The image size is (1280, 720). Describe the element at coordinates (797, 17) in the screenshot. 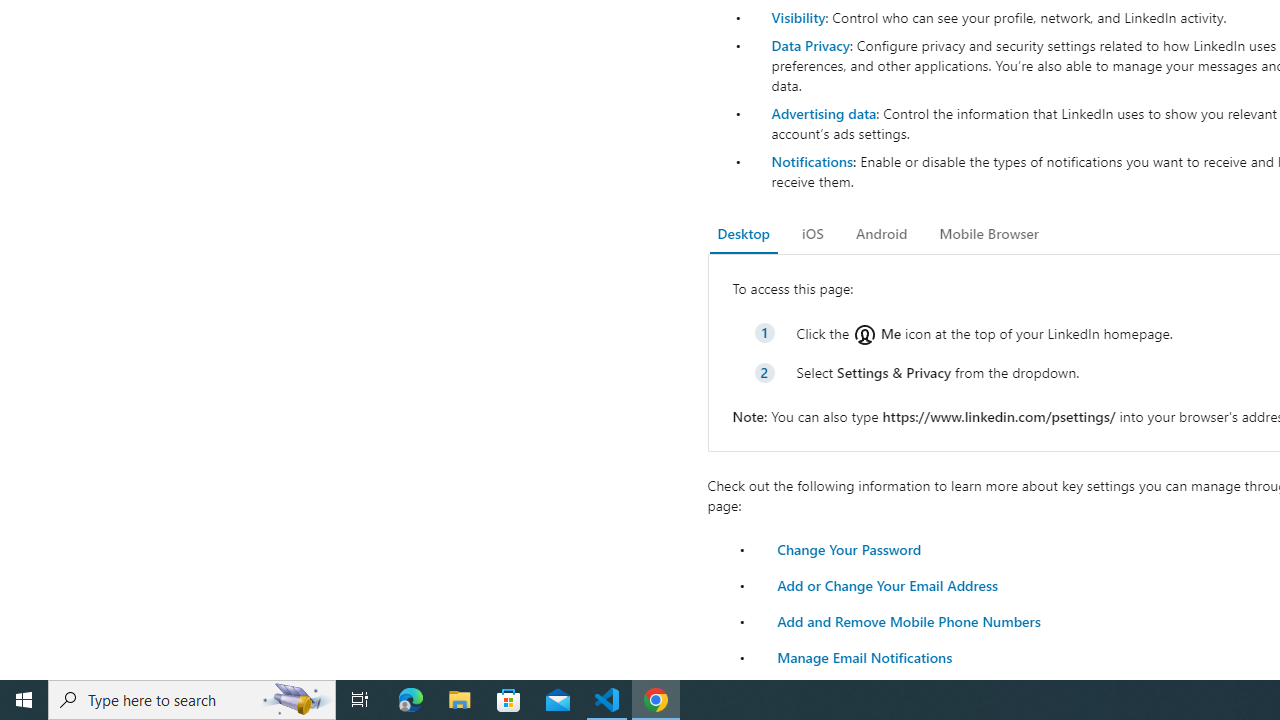

I see `'Visibility'` at that location.